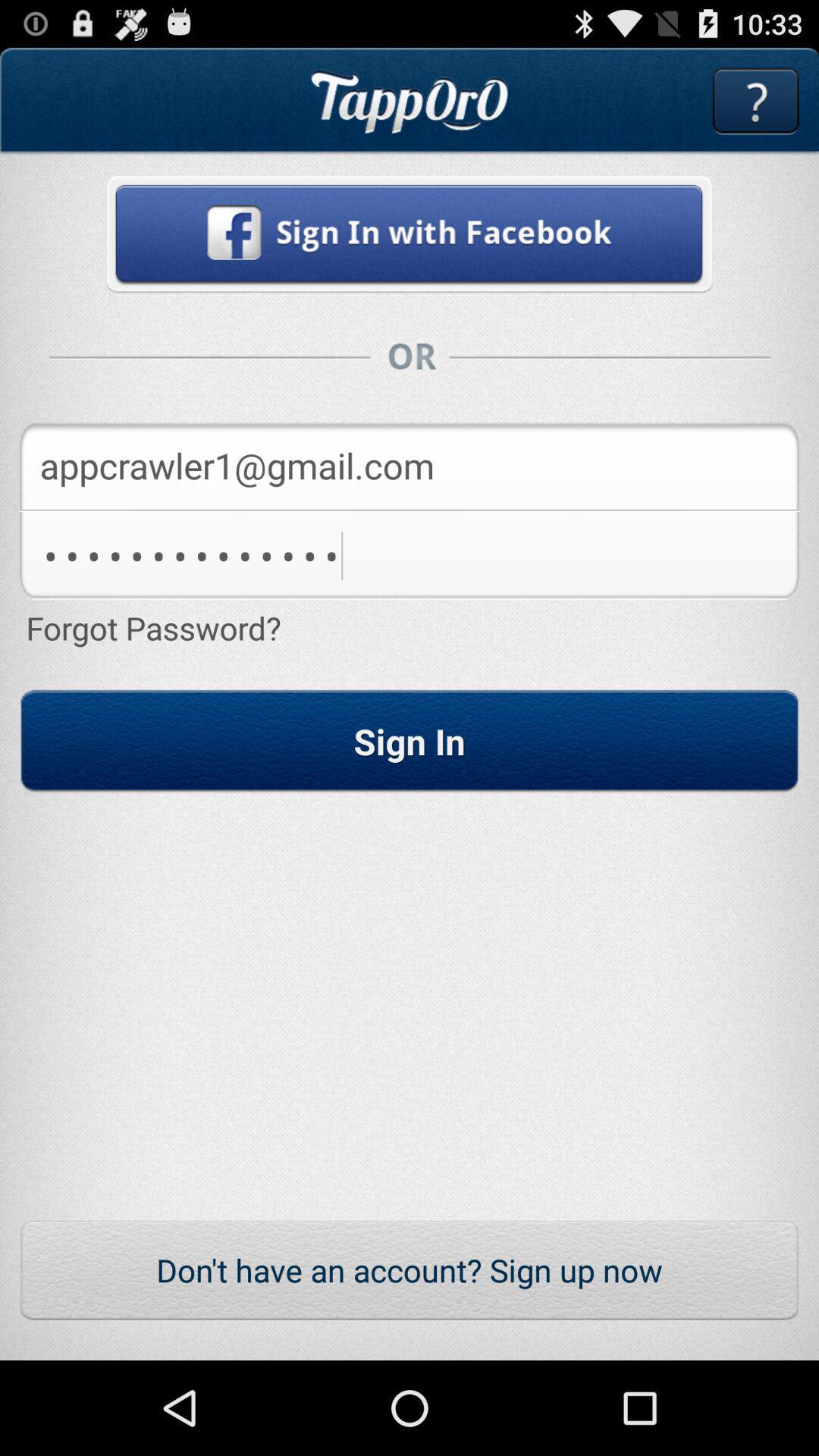  Describe the element at coordinates (409, 233) in the screenshot. I see `your own account in the website` at that location.